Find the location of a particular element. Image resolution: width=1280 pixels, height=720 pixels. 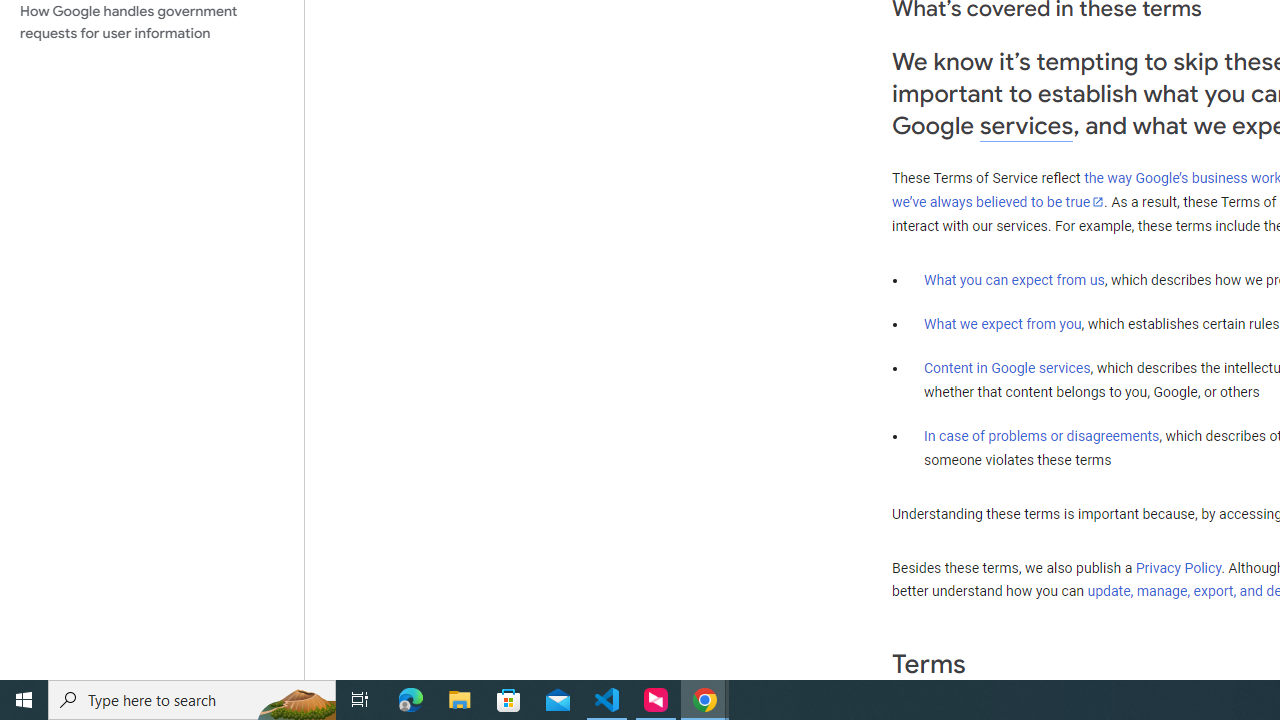

'What we expect from you' is located at coordinates (1002, 323).